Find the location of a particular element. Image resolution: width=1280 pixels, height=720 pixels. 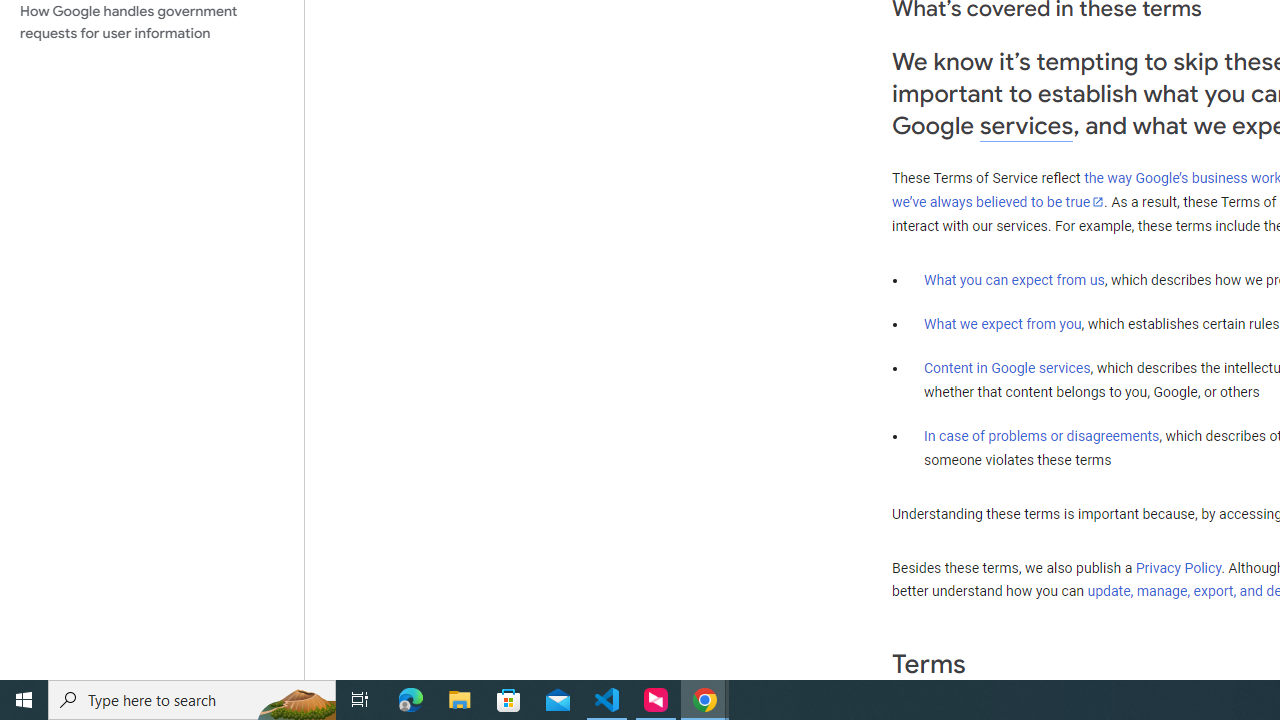

'What we expect from you' is located at coordinates (1002, 323).